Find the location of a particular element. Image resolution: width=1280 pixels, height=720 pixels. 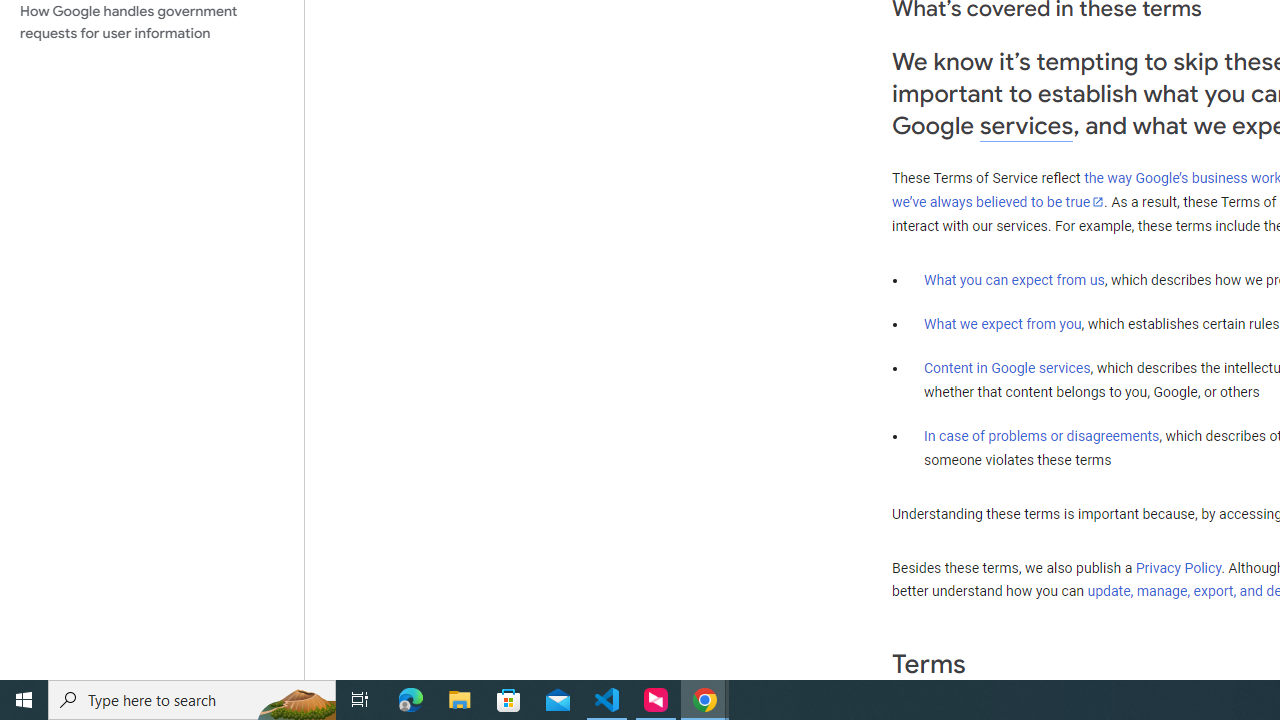

'What we expect from you' is located at coordinates (1002, 323).